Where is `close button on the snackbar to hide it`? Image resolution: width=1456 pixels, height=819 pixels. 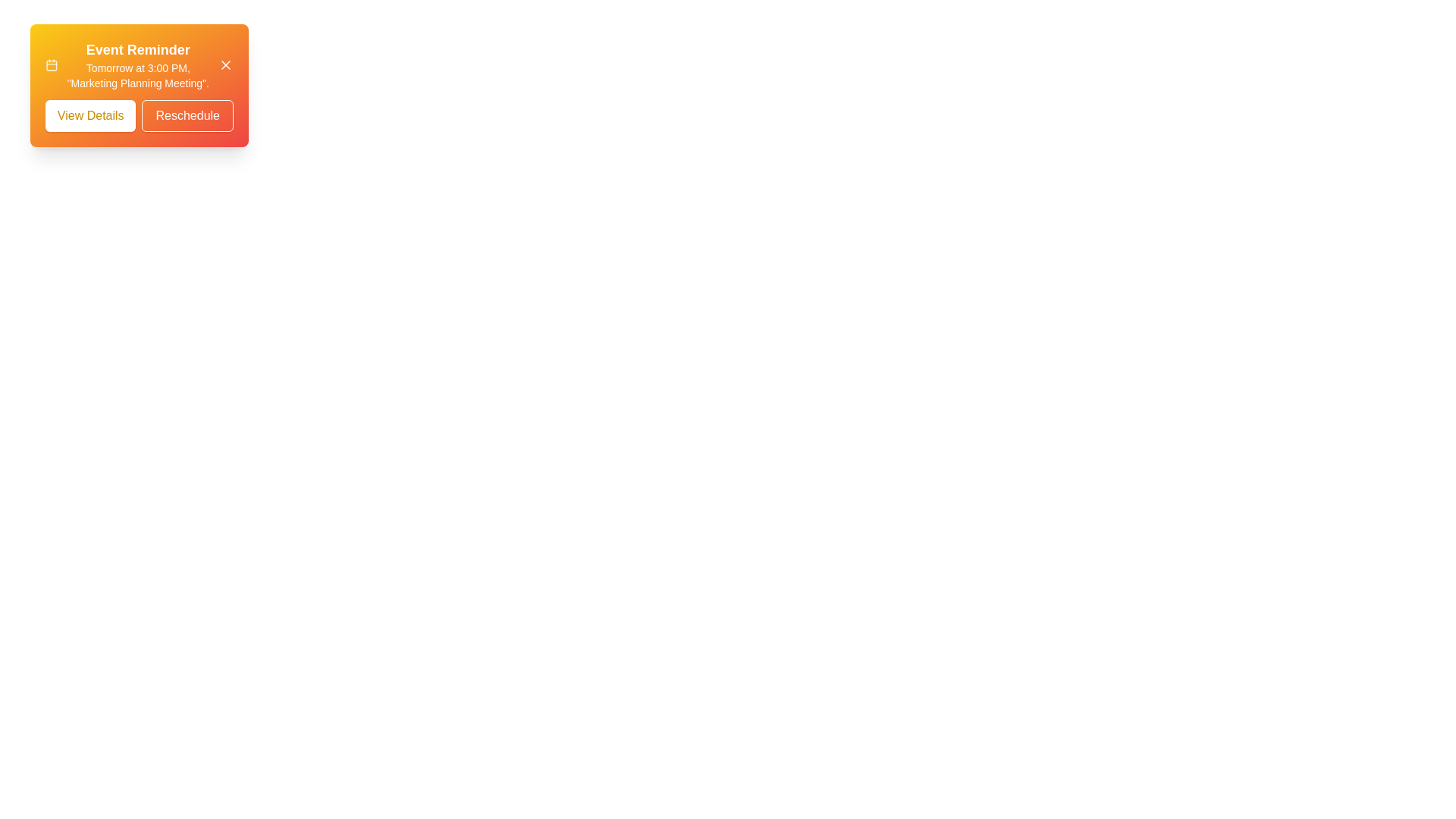 close button on the snackbar to hide it is located at coordinates (224, 64).